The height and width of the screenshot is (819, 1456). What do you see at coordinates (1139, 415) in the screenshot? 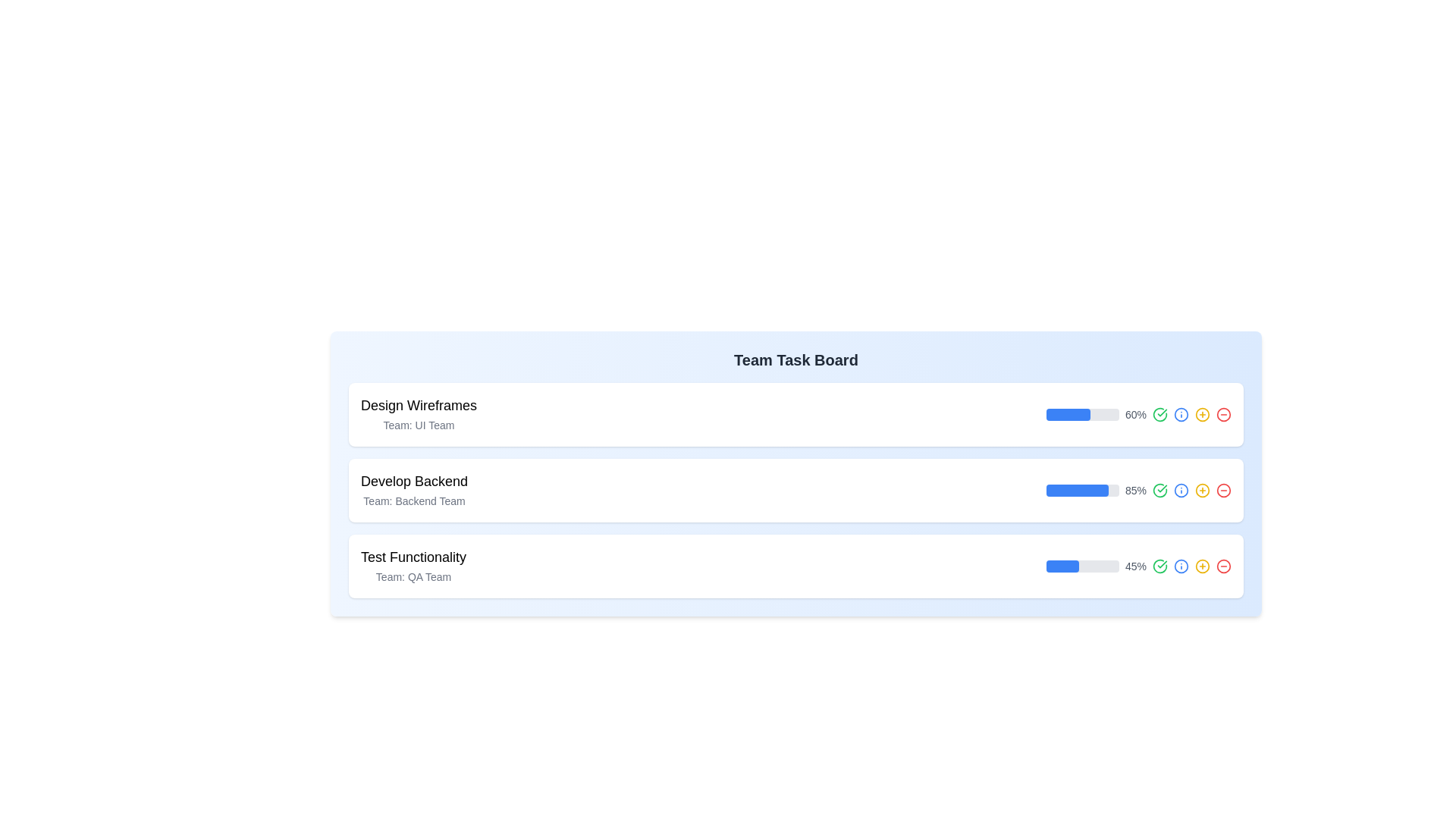
I see `the progress bar displaying '60%' and the adjacent icon buttons in the 'Design Wireframes' section of the 'Team Task Board' interface` at bounding box center [1139, 415].